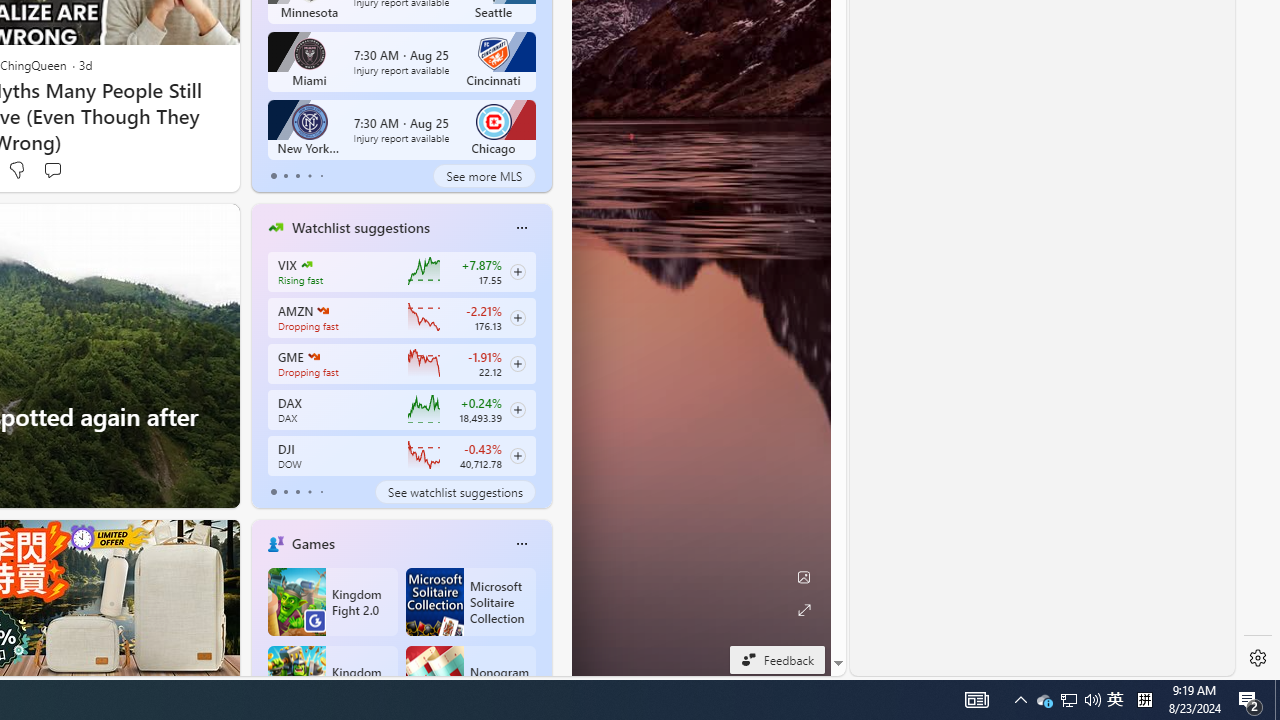 This screenshot has height=720, width=1280. Describe the element at coordinates (469, 600) in the screenshot. I see `'Microsoft Solitaire Collection'` at that location.